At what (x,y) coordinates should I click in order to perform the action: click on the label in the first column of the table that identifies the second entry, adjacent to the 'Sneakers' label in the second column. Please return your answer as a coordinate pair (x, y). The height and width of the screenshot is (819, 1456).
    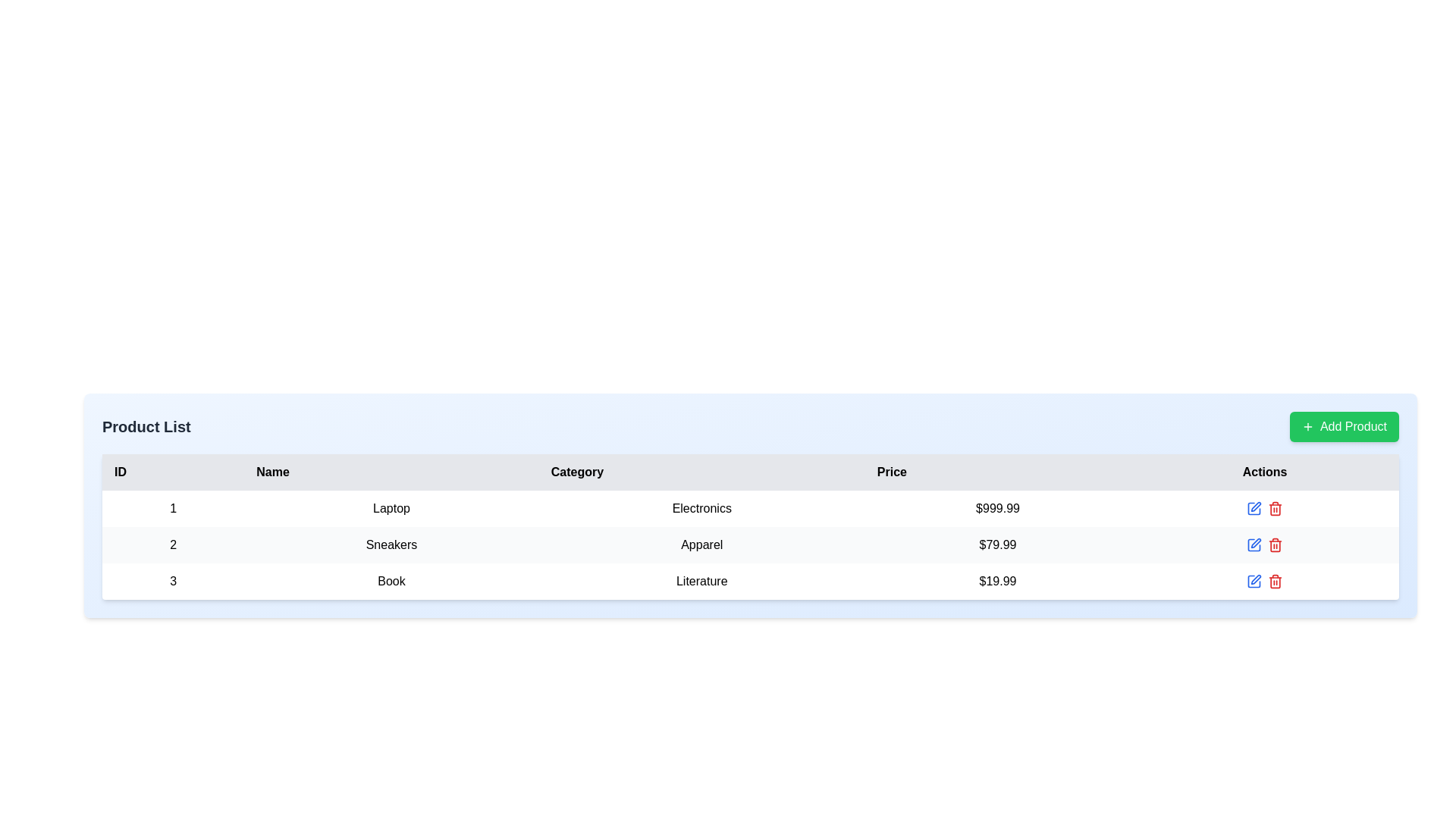
    Looking at the image, I should click on (173, 544).